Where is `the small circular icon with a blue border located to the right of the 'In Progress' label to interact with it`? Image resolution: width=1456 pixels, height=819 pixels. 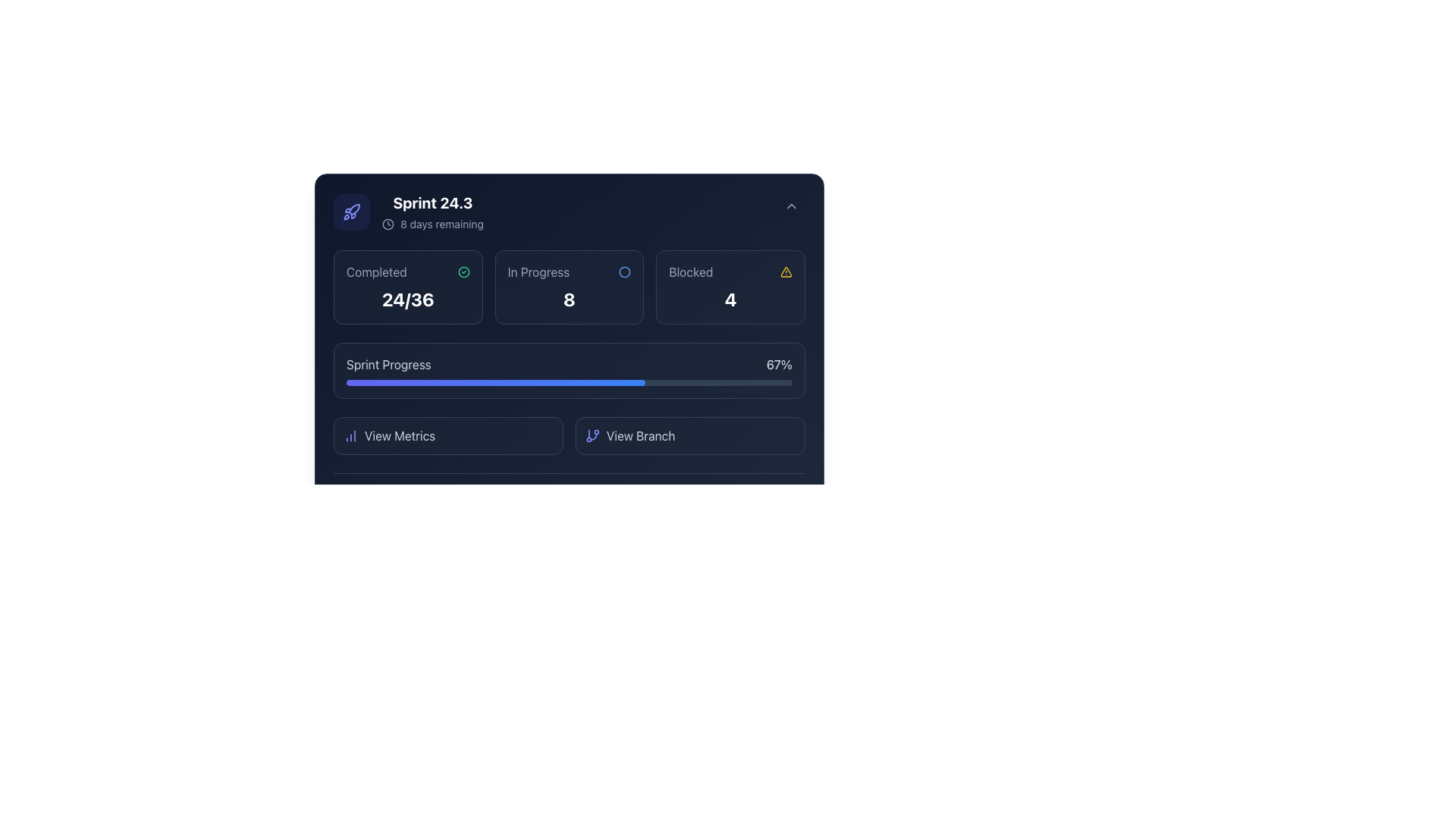
the small circular icon with a blue border located to the right of the 'In Progress' label to interact with it is located at coordinates (625, 271).